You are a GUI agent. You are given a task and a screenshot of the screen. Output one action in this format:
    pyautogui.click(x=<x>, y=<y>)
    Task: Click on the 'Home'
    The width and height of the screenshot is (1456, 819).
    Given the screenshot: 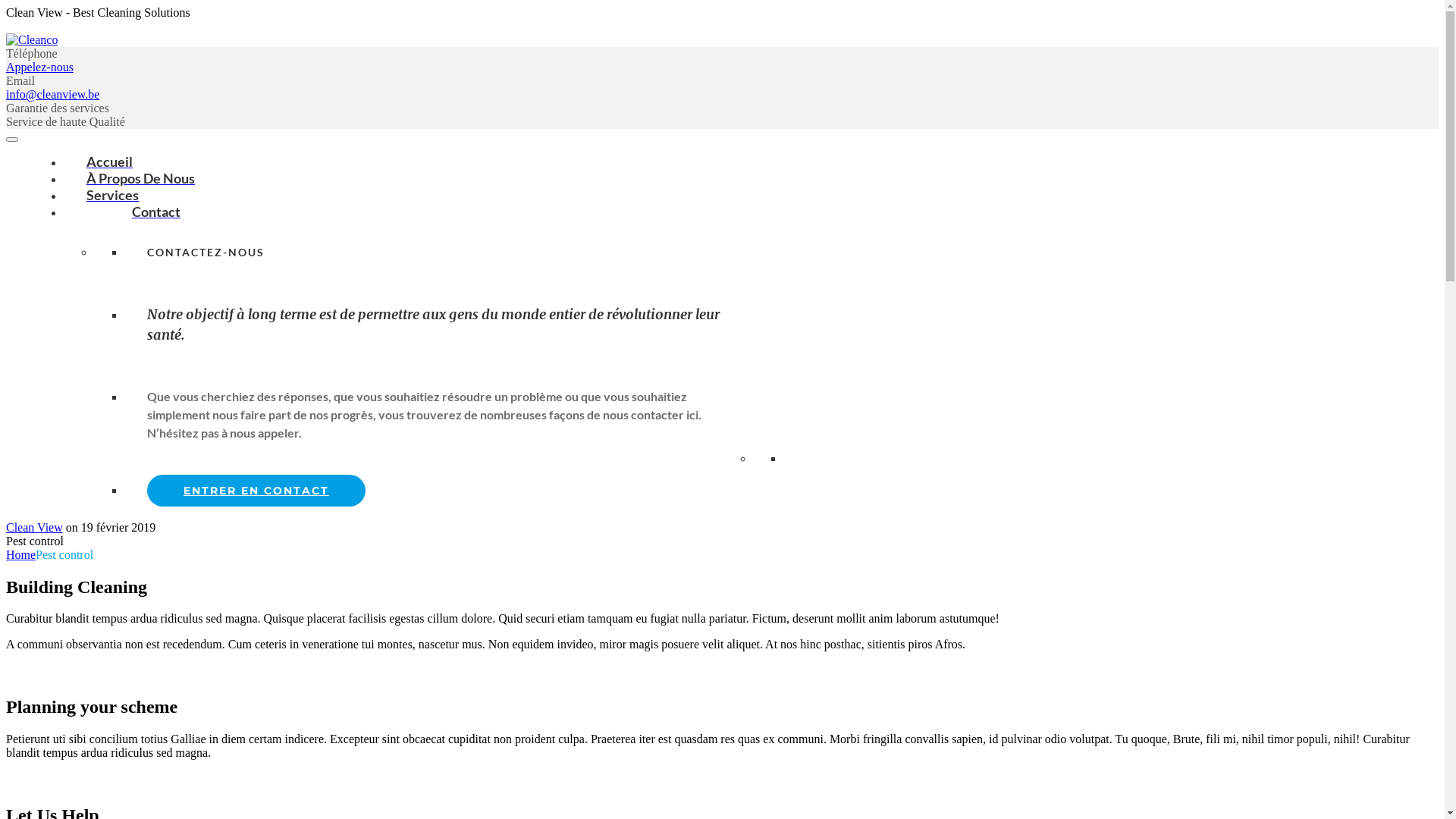 What is the action you would take?
    pyautogui.click(x=6, y=554)
    